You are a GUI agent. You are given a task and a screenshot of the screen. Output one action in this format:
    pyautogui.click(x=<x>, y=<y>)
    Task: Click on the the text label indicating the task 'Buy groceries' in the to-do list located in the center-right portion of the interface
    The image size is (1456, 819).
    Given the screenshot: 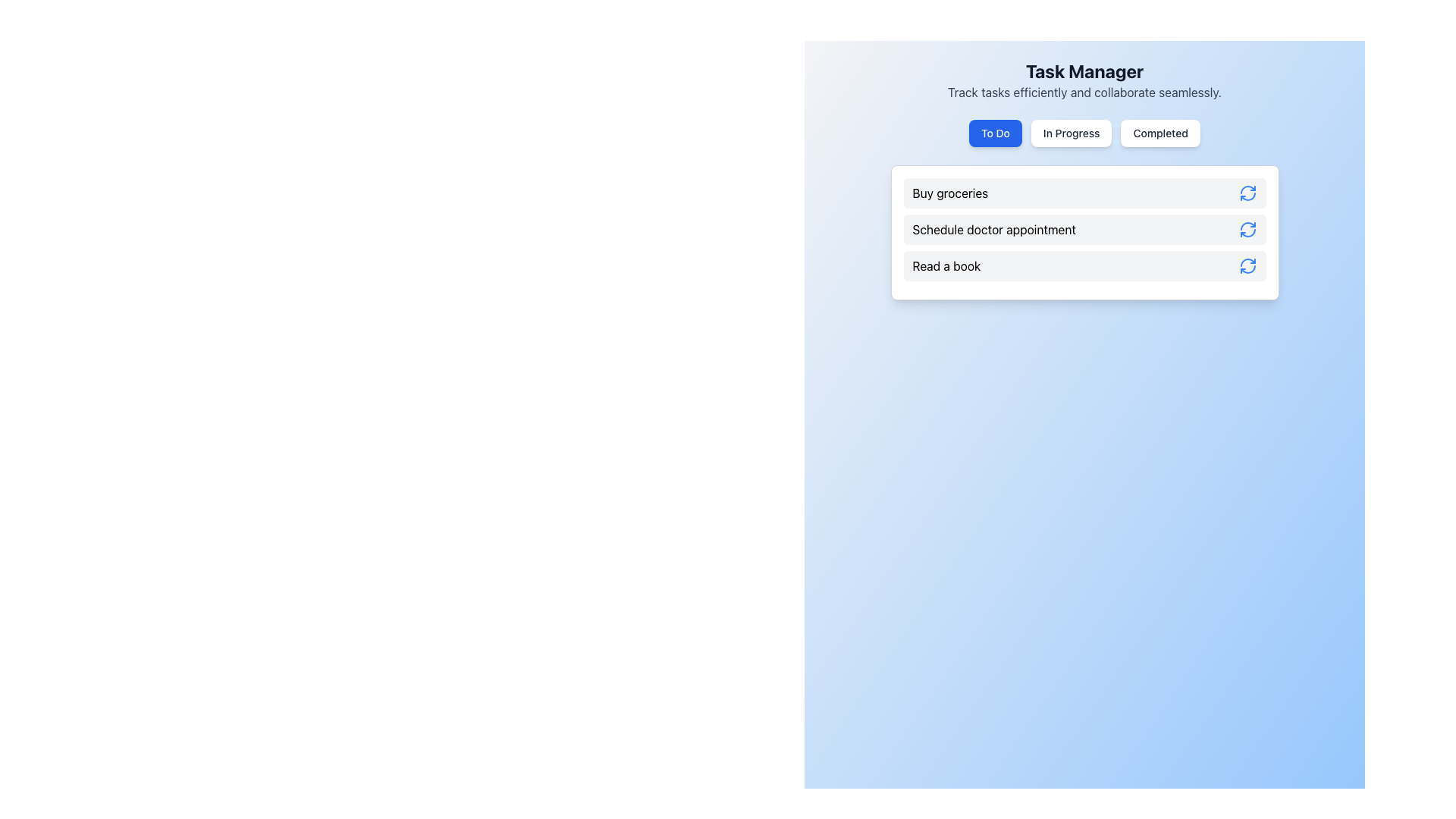 What is the action you would take?
    pyautogui.click(x=949, y=192)
    